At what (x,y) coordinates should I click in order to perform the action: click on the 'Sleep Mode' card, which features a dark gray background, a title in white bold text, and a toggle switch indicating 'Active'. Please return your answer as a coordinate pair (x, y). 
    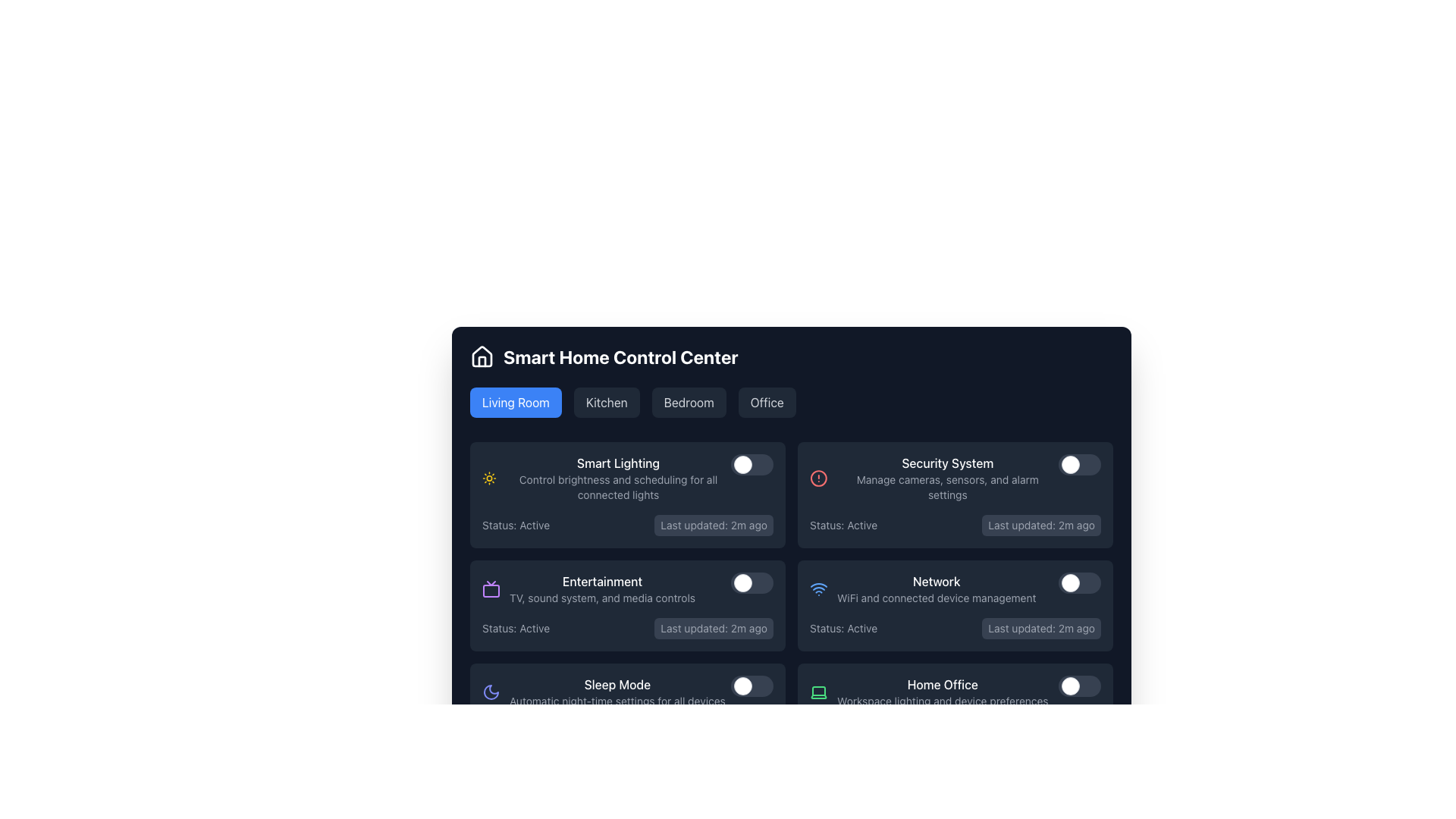
    Looking at the image, I should click on (628, 708).